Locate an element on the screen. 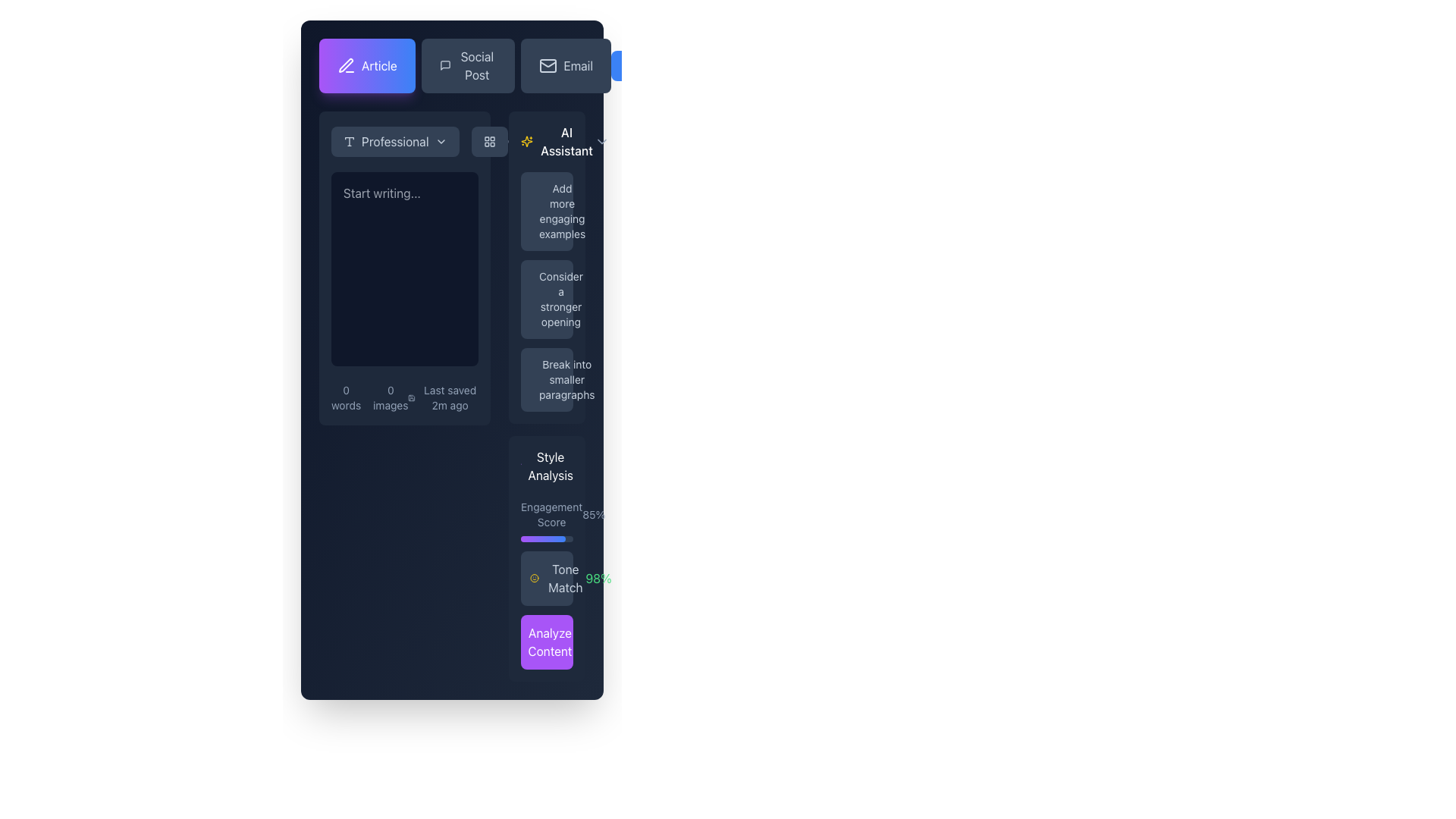 The image size is (1456, 819). properties of the Decorative SVG circle located within the 'Consider a stronger opening' suggestion icon in the 'AI Assistant' section is located at coordinates (538, 280).